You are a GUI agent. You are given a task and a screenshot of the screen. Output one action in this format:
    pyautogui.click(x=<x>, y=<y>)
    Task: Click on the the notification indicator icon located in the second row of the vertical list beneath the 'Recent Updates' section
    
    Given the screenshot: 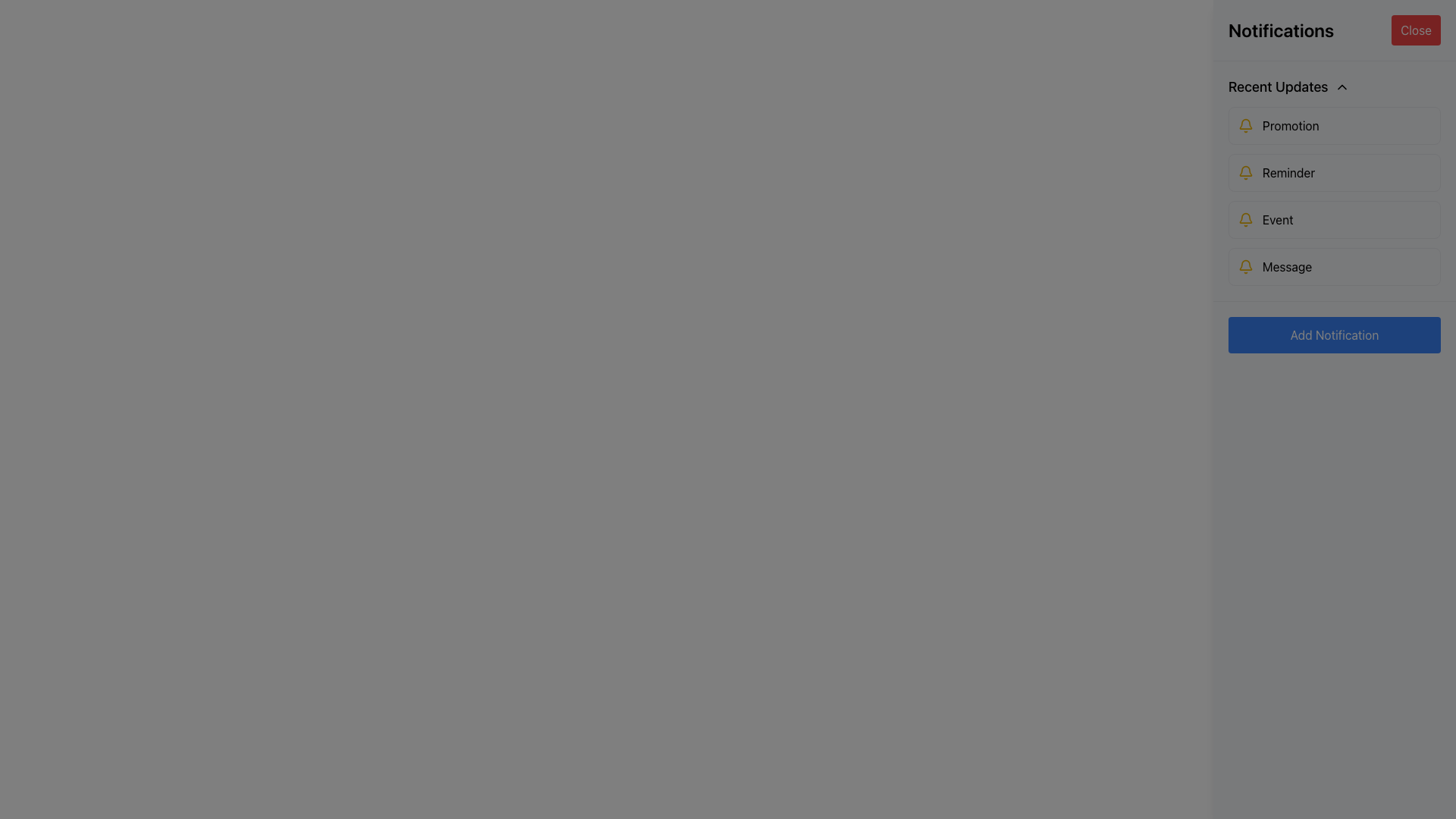 What is the action you would take?
    pyautogui.click(x=1245, y=171)
    